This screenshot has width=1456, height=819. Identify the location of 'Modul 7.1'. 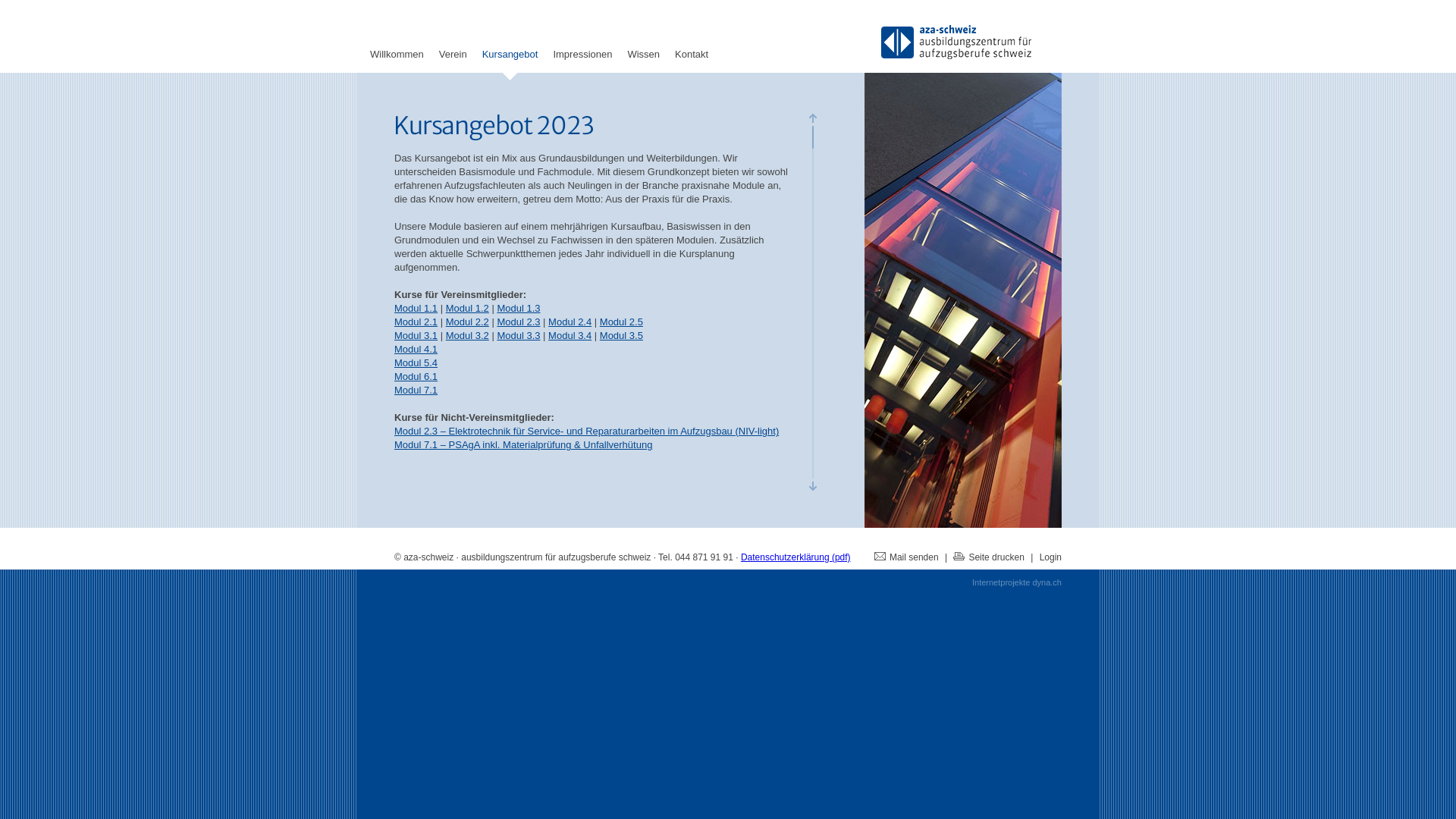
(416, 389).